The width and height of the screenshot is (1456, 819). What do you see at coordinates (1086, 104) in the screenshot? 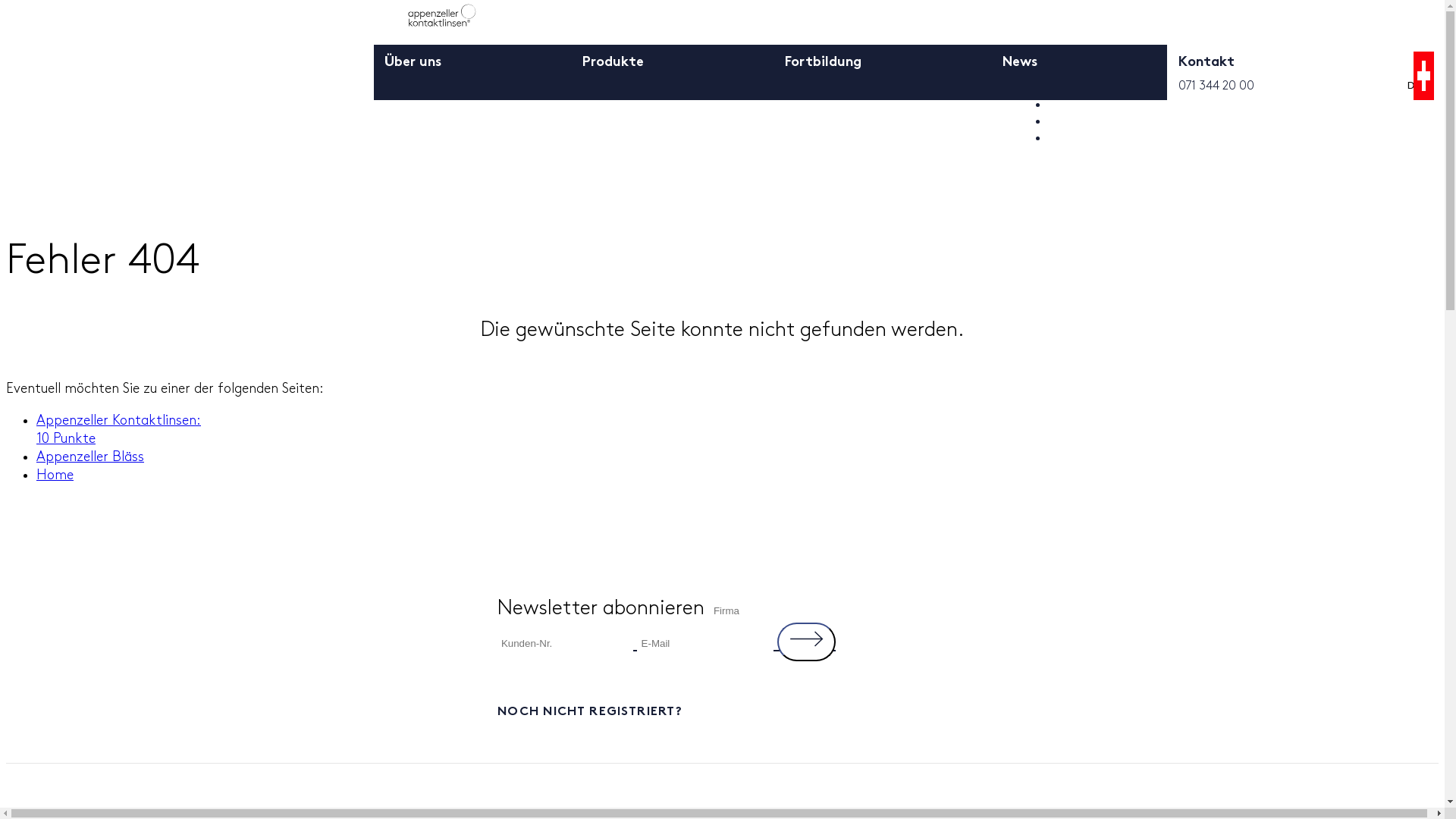
I see `'BESTELLEN'` at bounding box center [1086, 104].